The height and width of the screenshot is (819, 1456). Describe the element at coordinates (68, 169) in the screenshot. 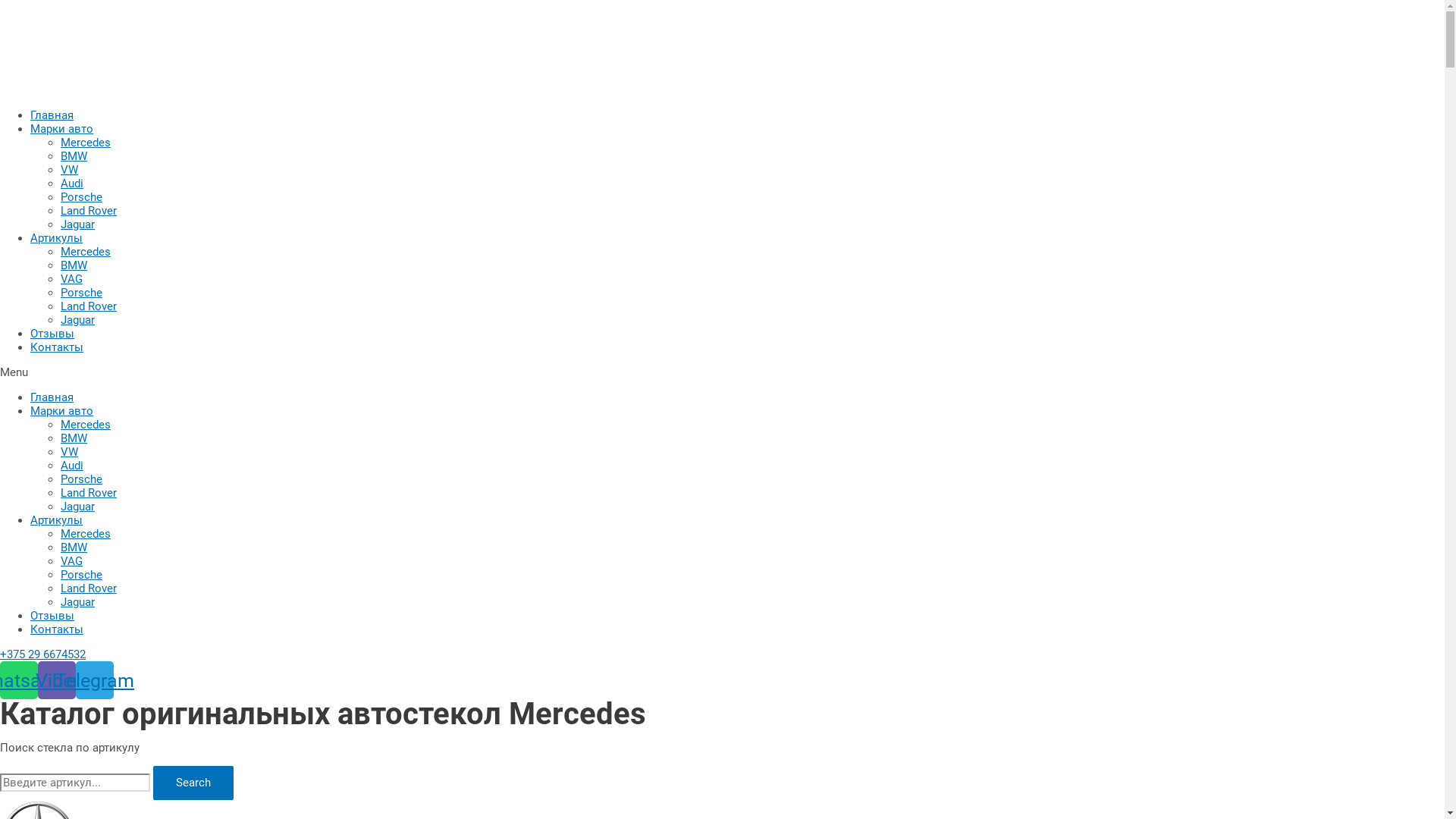

I see `'VW'` at that location.